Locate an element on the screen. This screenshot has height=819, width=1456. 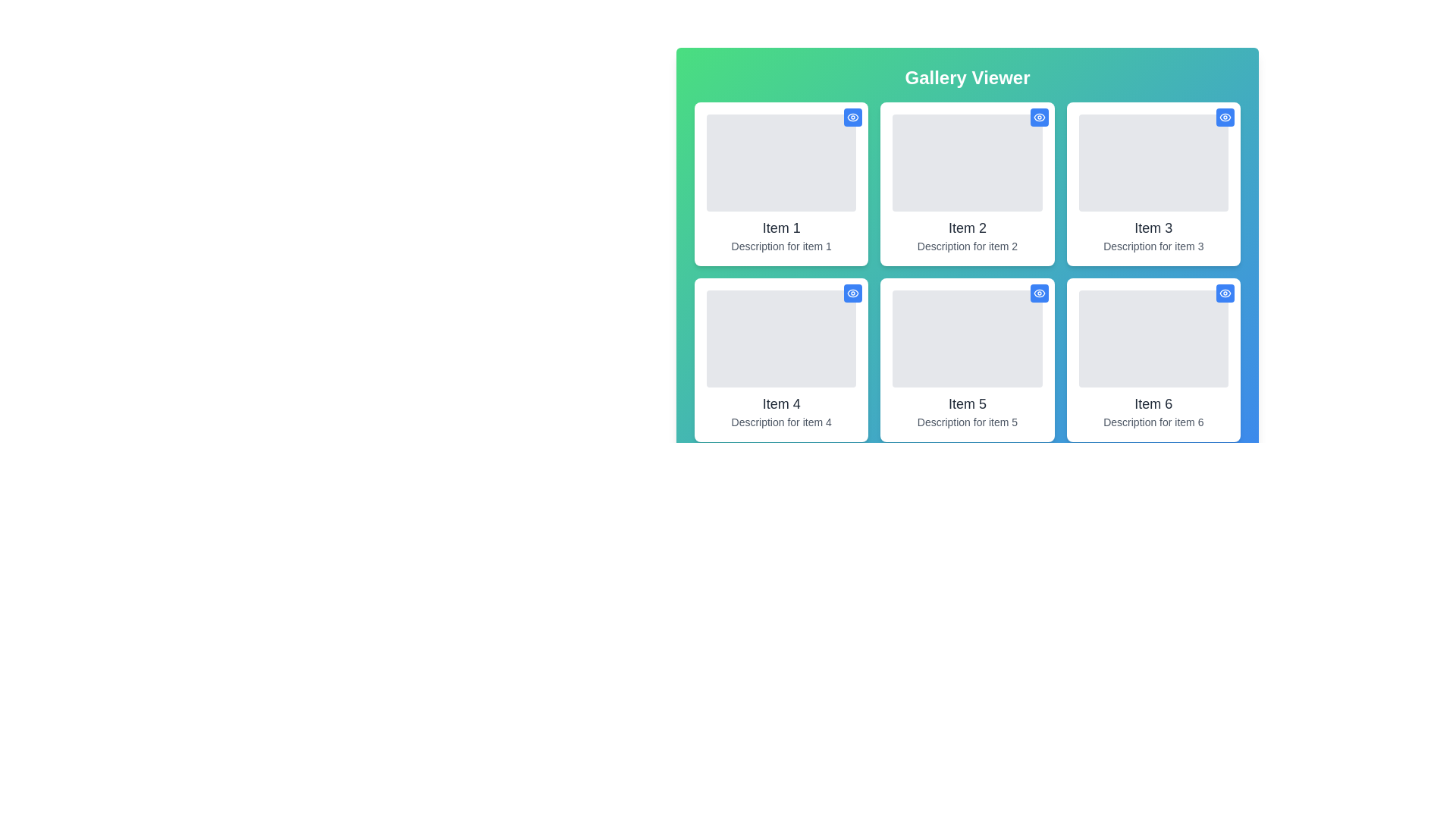
the blue rounded rectangular button with a white eye icon located in the upper-right corner of the card labeled 'Item 1' is located at coordinates (853, 116).